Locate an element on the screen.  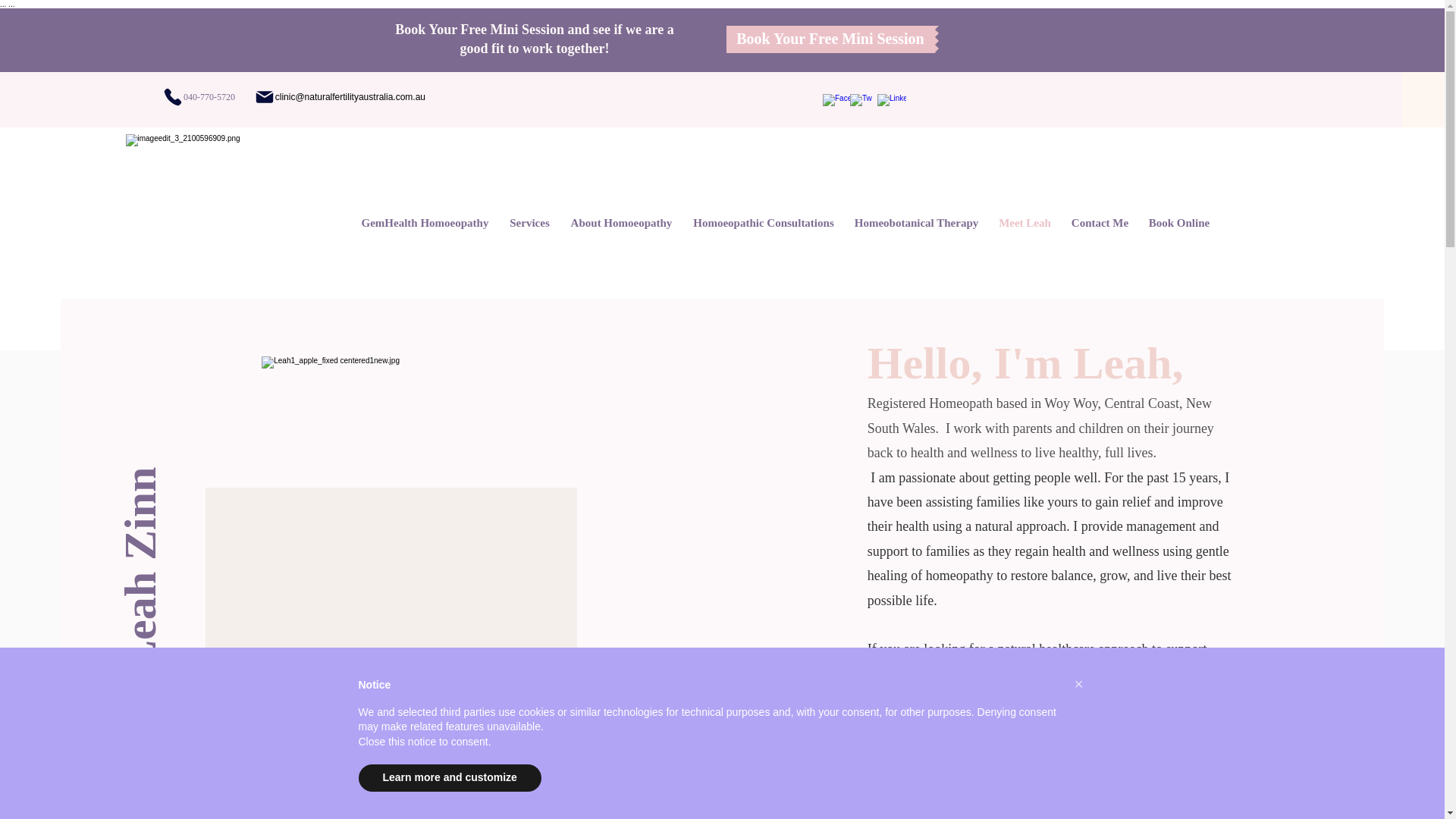
'Homeobotanical Therapy' is located at coordinates (916, 222).